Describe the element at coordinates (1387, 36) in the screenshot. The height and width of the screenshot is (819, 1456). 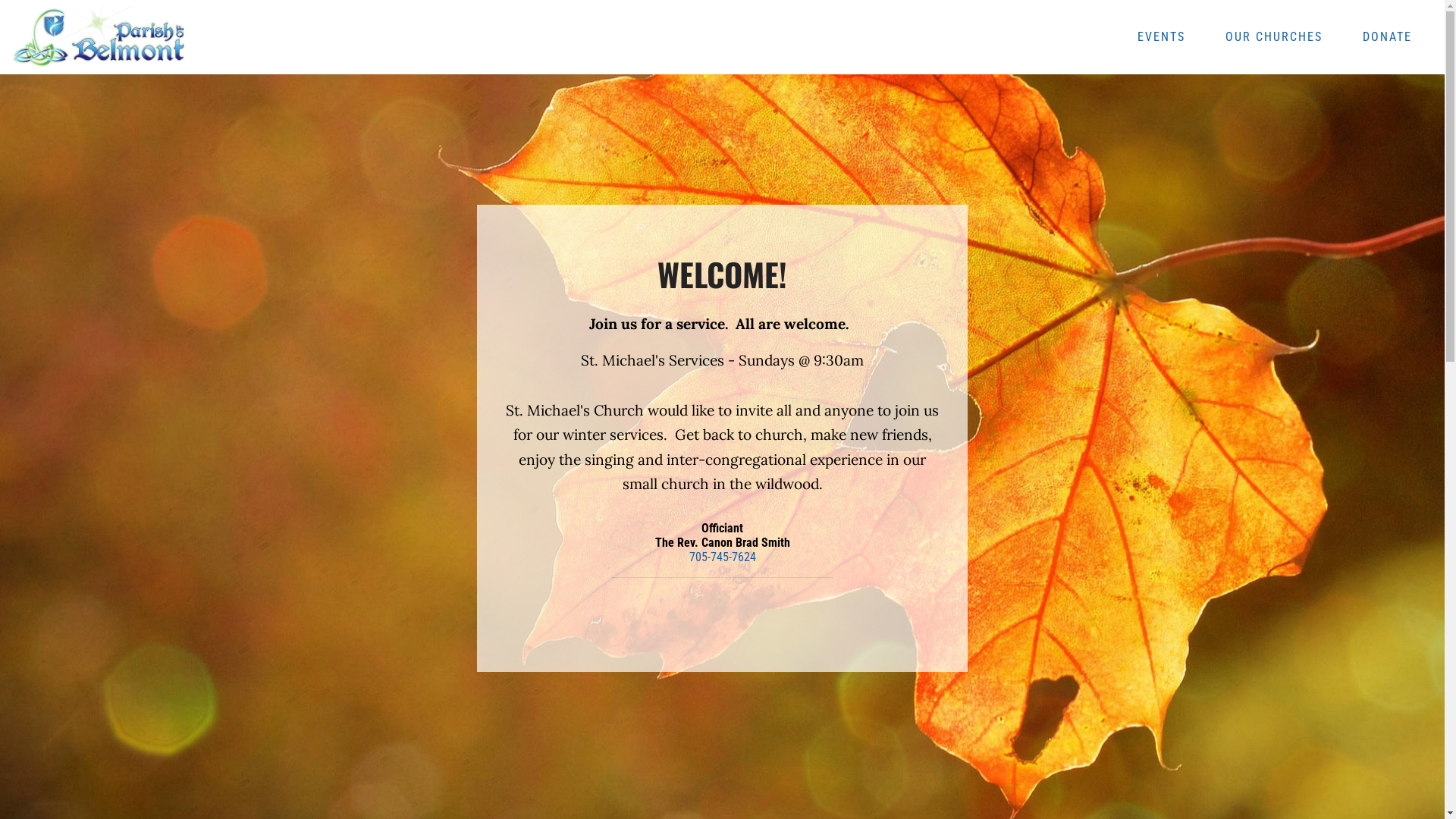
I see `'DONATE'` at that location.